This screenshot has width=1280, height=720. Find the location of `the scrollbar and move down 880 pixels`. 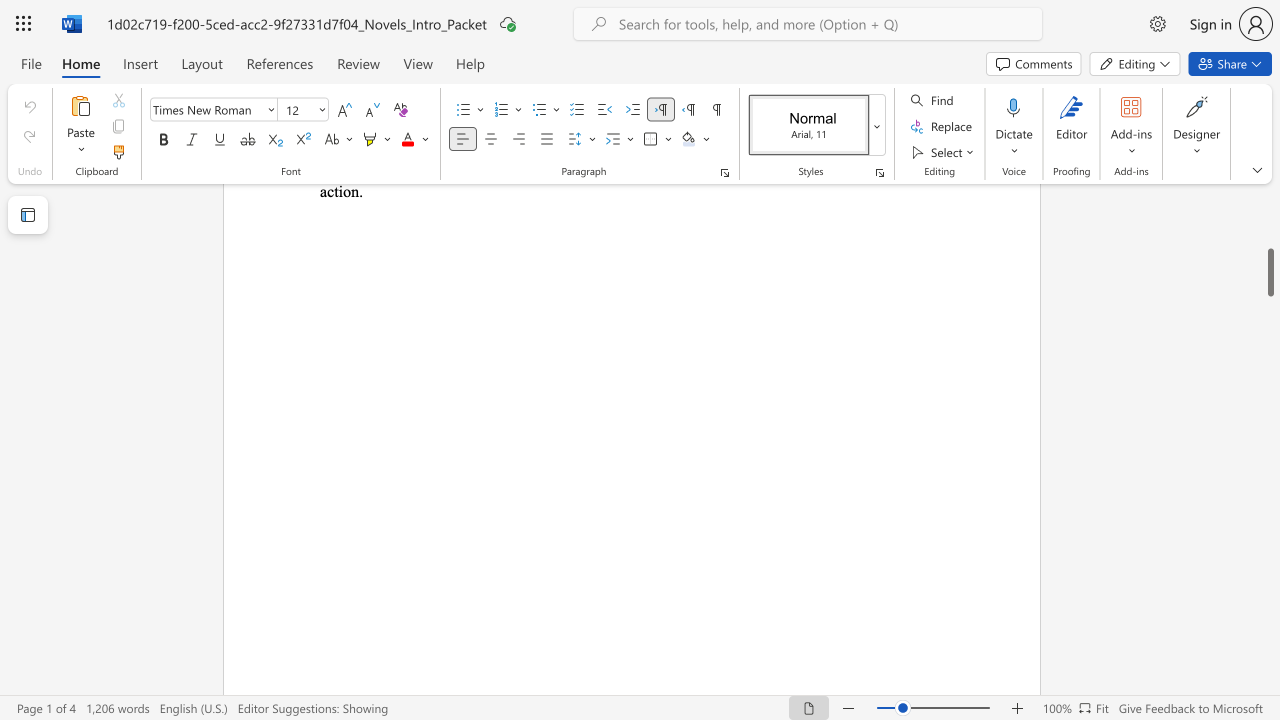

the scrollbar and move down 880 pixels is located at coordinates (1269, 272).